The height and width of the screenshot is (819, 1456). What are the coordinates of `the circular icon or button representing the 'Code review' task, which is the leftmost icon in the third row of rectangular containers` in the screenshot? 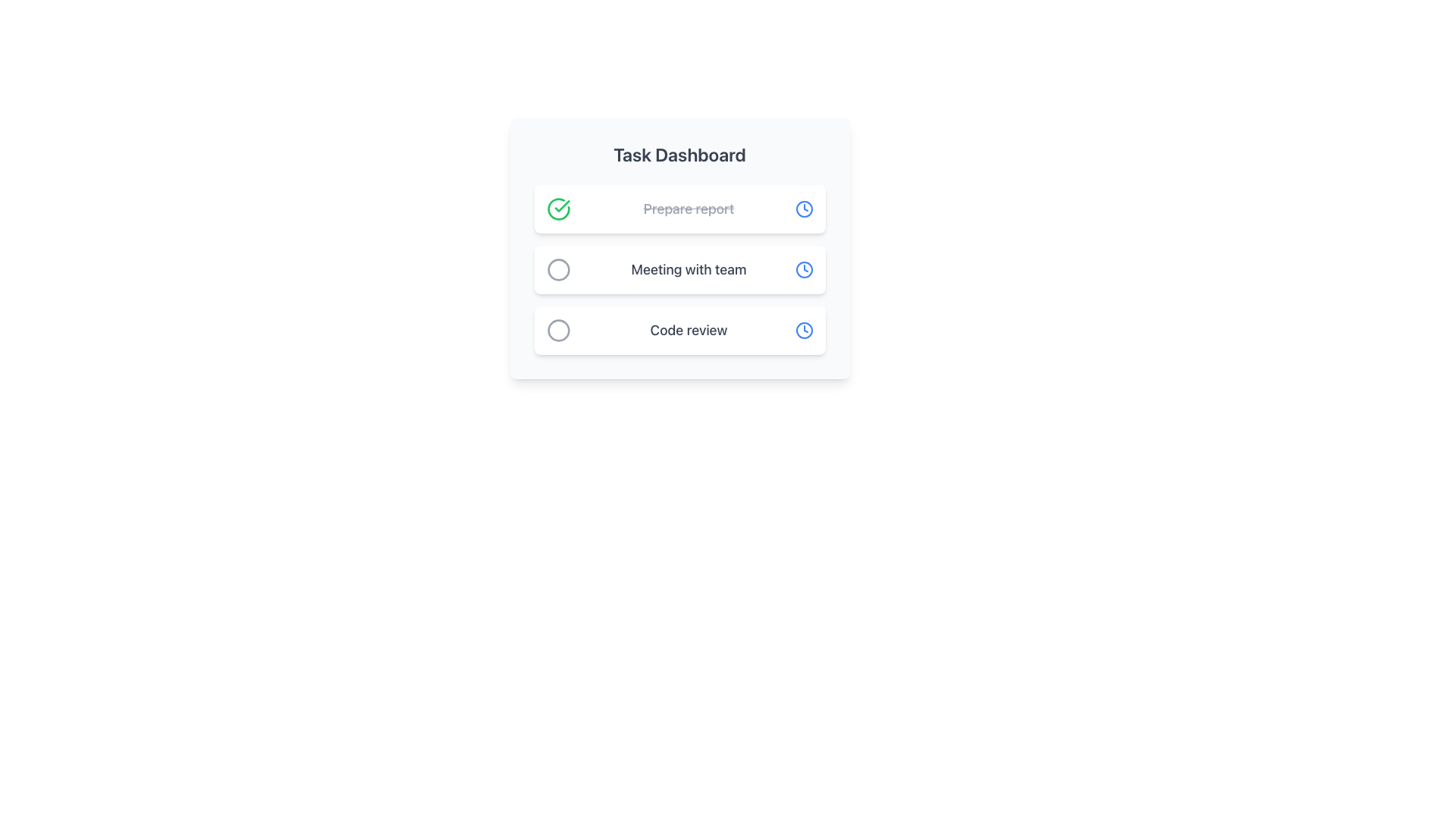 It's located at (557, 329).